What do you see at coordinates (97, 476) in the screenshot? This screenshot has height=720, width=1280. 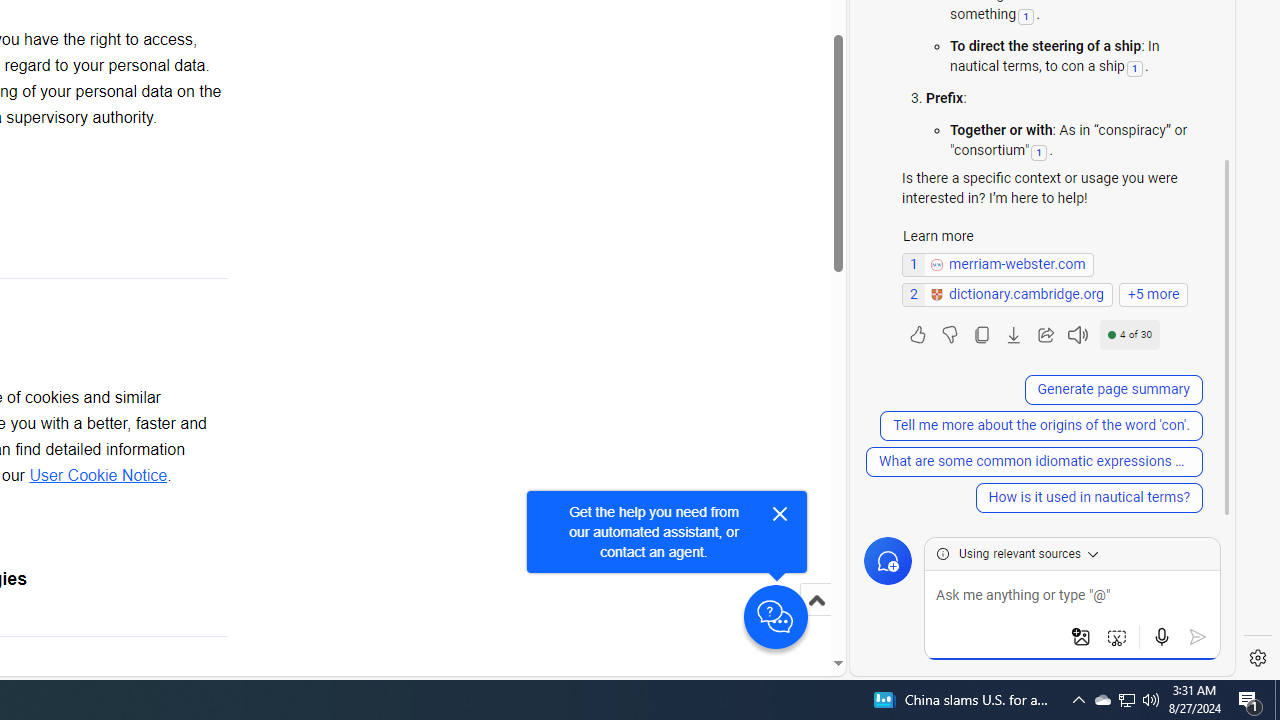 I see `'User Cookie Notice'` at bounding box center [97, 476].